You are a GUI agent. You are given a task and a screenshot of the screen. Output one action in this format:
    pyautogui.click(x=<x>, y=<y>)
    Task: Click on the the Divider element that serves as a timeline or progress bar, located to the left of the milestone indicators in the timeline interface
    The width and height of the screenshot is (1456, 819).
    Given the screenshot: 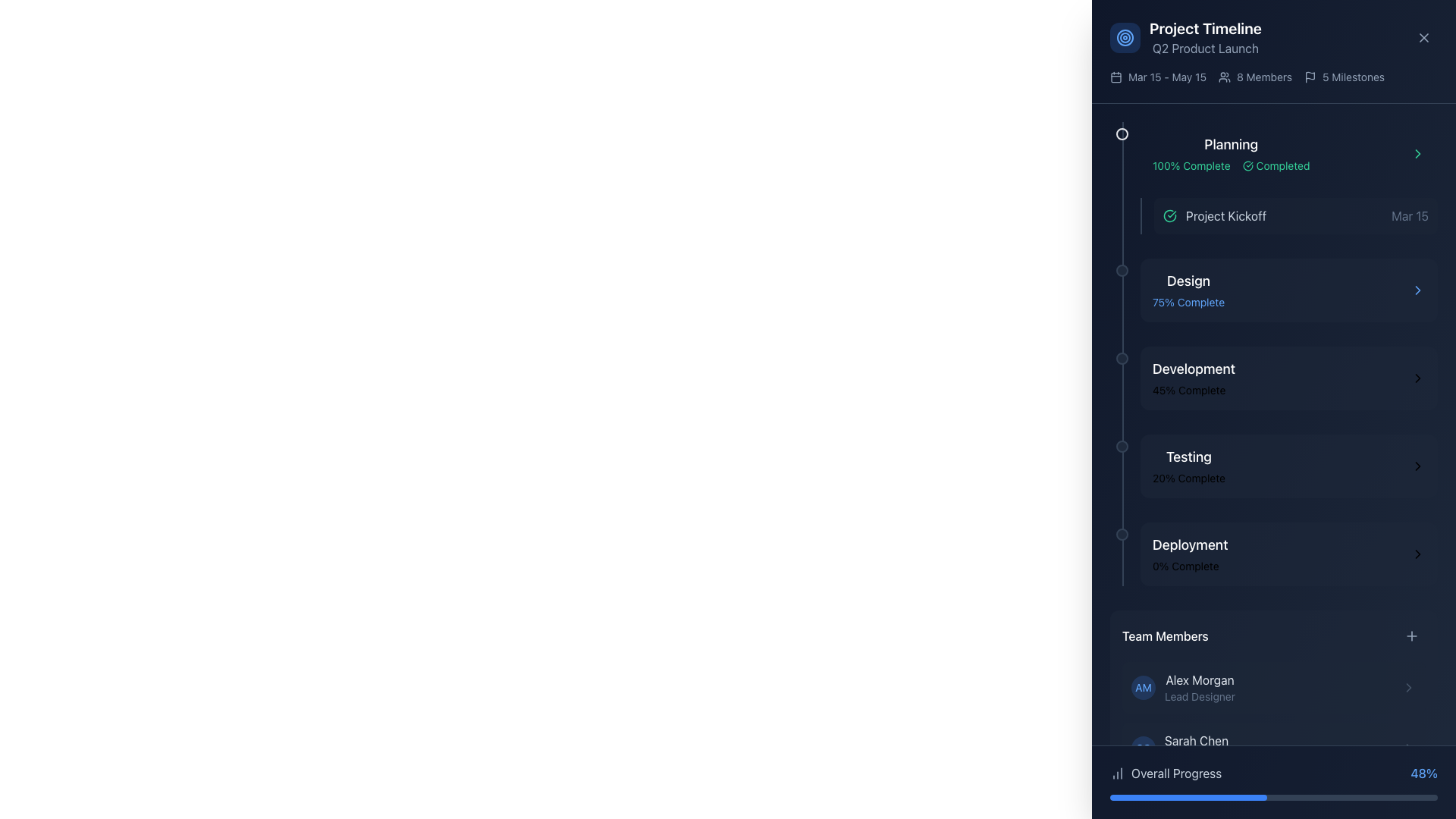 What is the action you would take?
    pyautogui.click(x=1123, y=353)
    